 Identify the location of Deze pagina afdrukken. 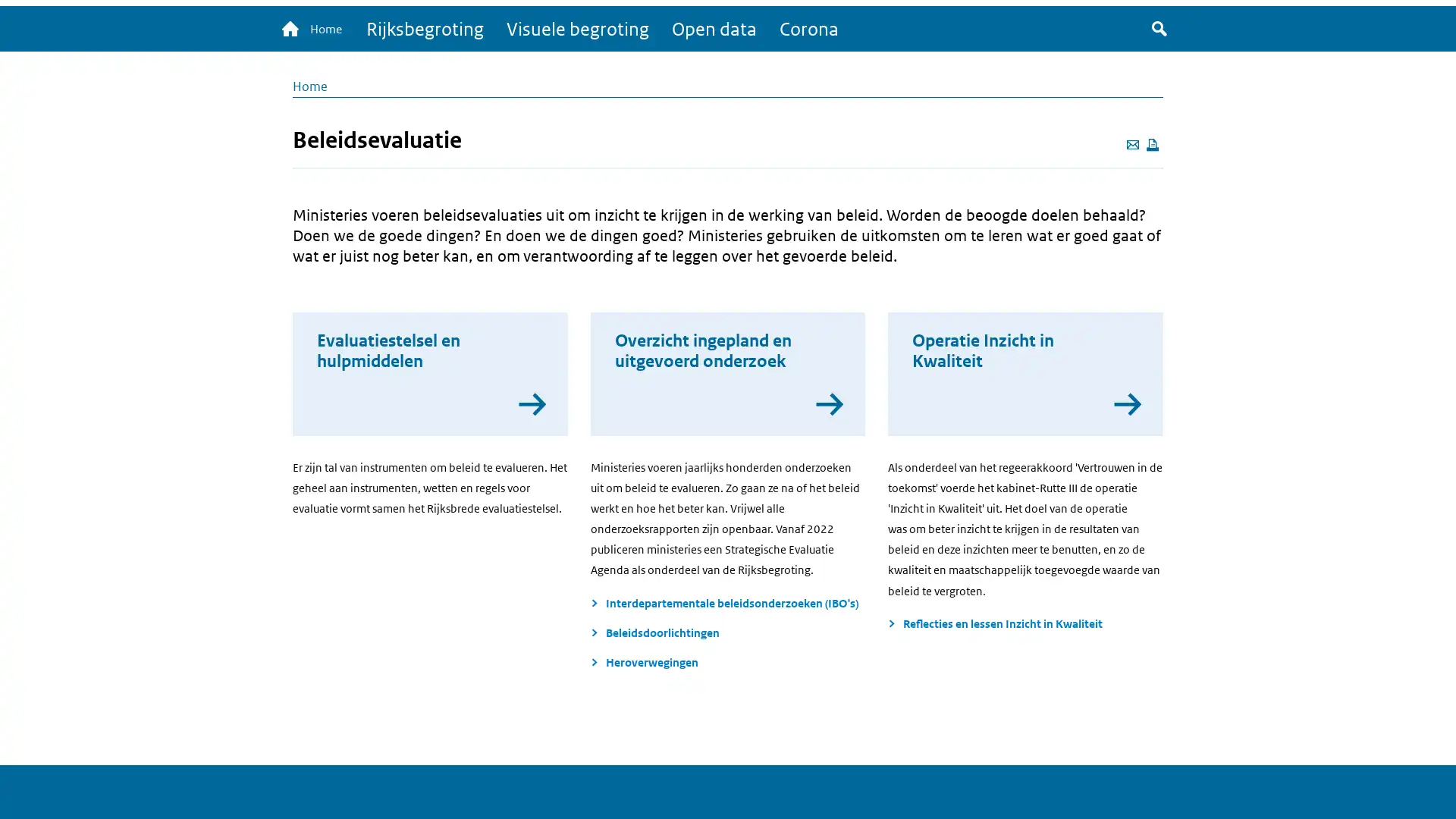
(1153, 146).